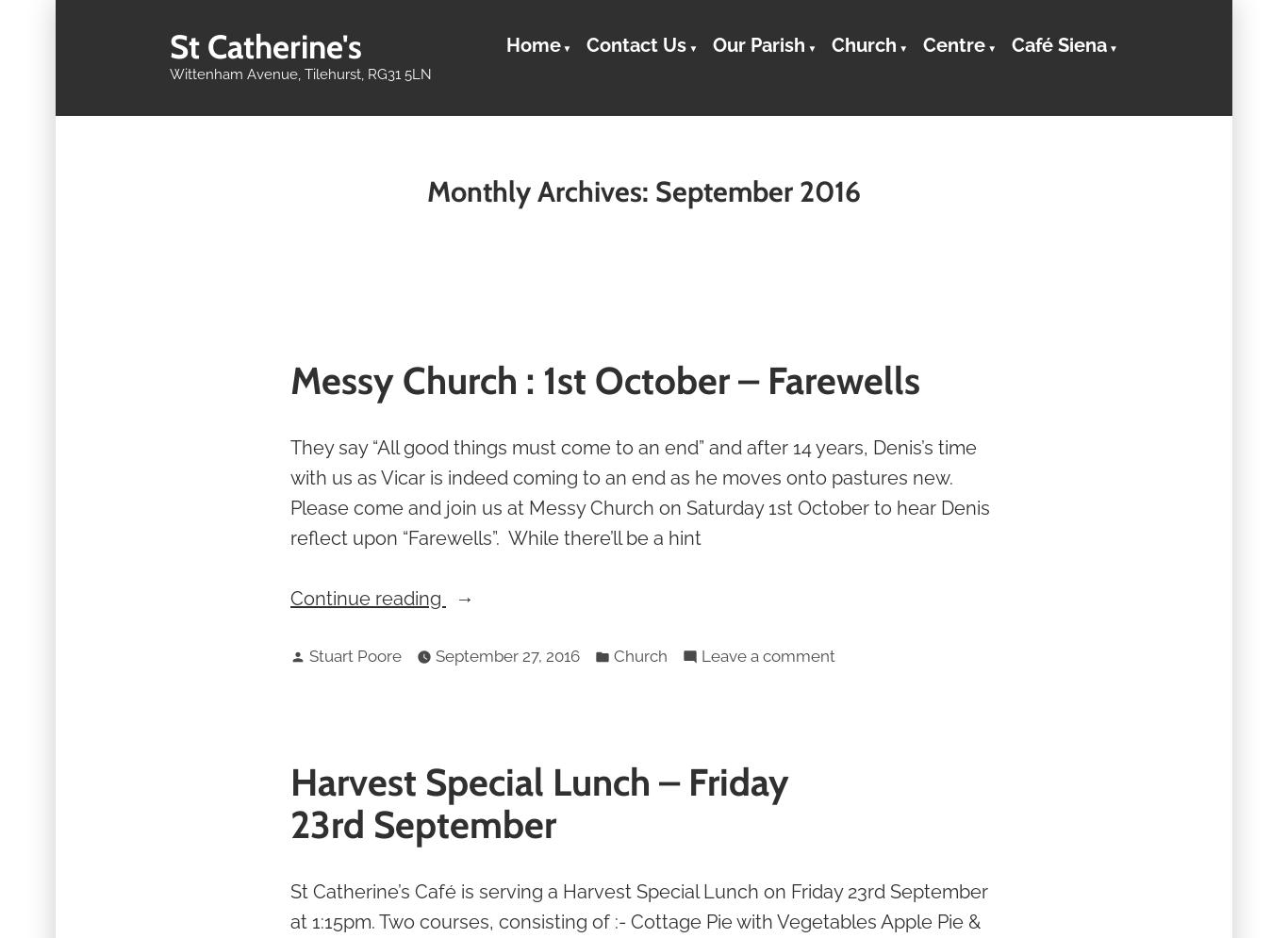 This screenshot has height=938, width=1288. What do you see at coordinates (1058, 43) in the screenshot?
I see `'Café Siena'` at bounding box center [1058, 43].